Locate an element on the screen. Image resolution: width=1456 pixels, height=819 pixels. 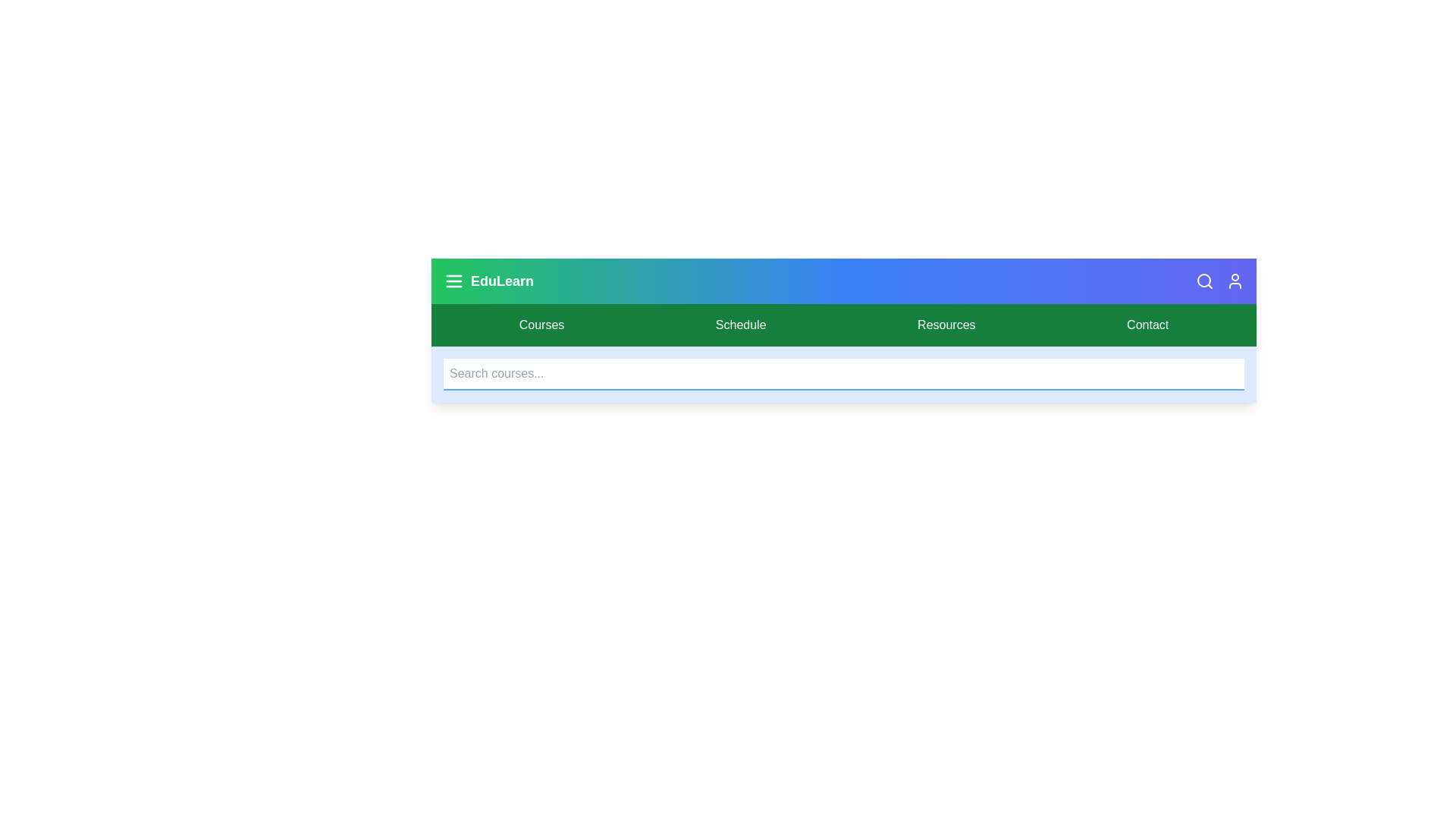
the Schedule navigation link is located at coordinates (741, 324).